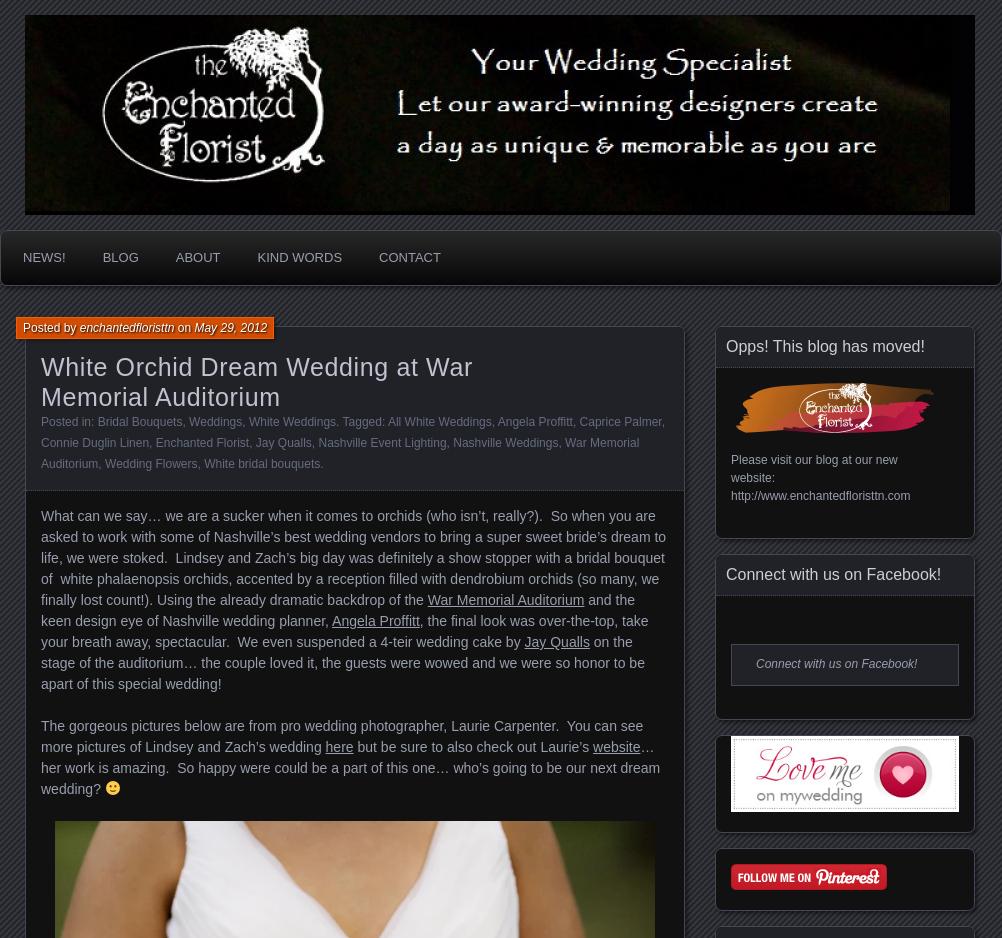 The width and height of the screenshot is (1002, 938). Describe the element at coordinates (93, 442) in the screenshot. I see `'Connie Duglin Linen'` at that location.